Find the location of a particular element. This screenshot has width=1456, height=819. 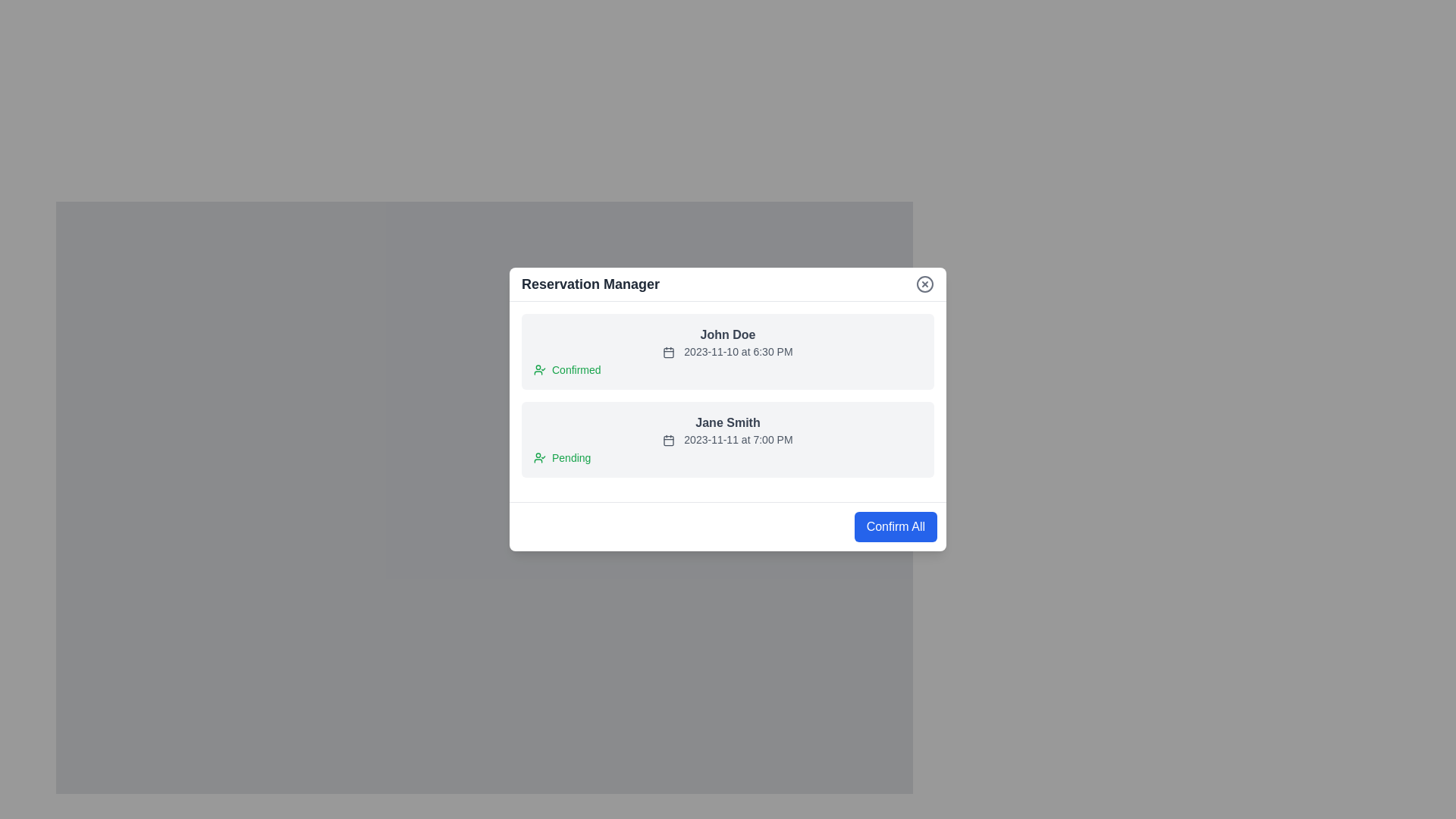

the icon representing the status or function related to 'Jane Smith' in the 'Reservation Manager' list, located to the left of the related text is located at coordinates (668, 441).